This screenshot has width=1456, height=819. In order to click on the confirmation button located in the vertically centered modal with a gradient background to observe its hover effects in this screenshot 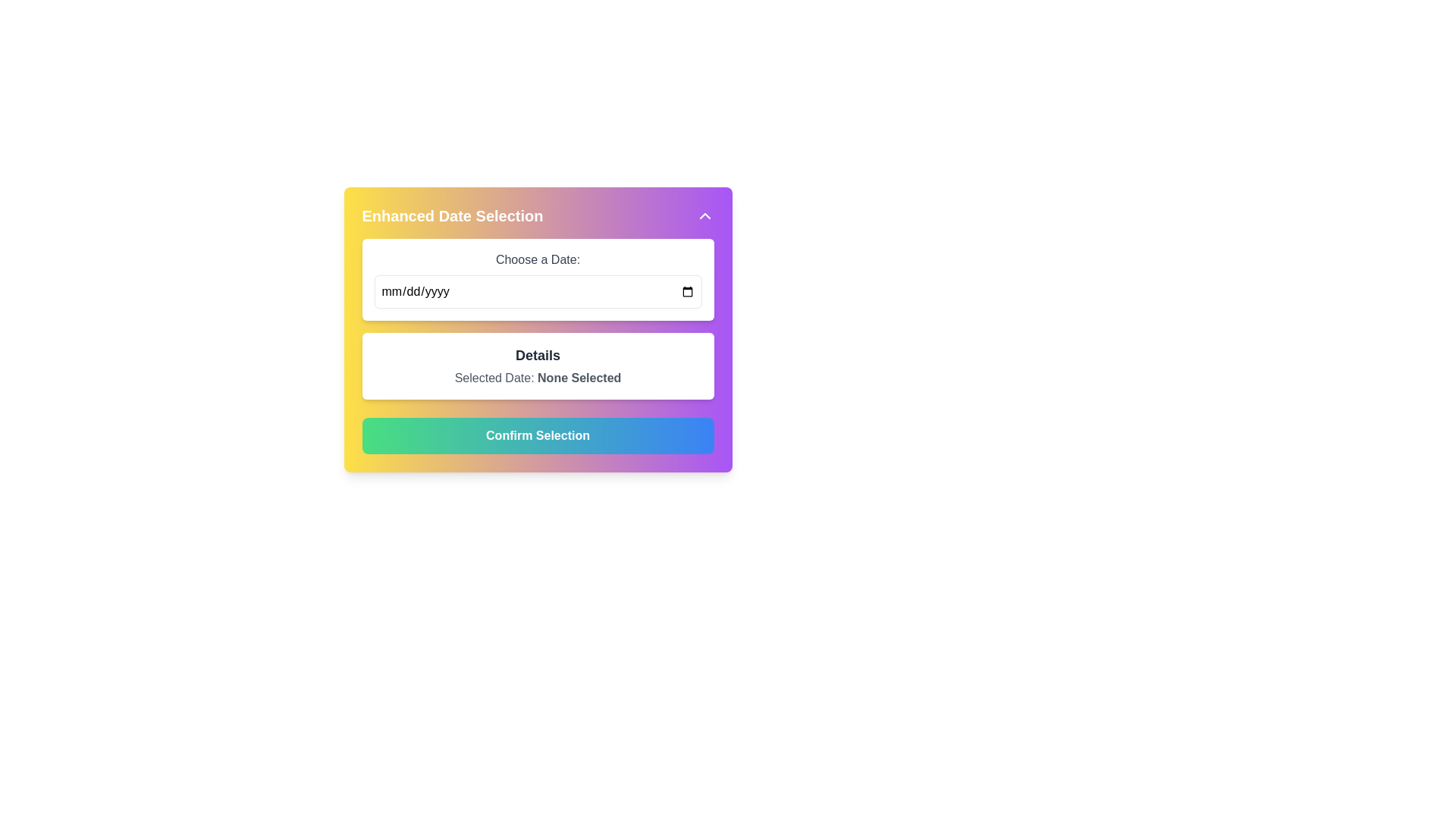, I will do `click(538, 435)`.